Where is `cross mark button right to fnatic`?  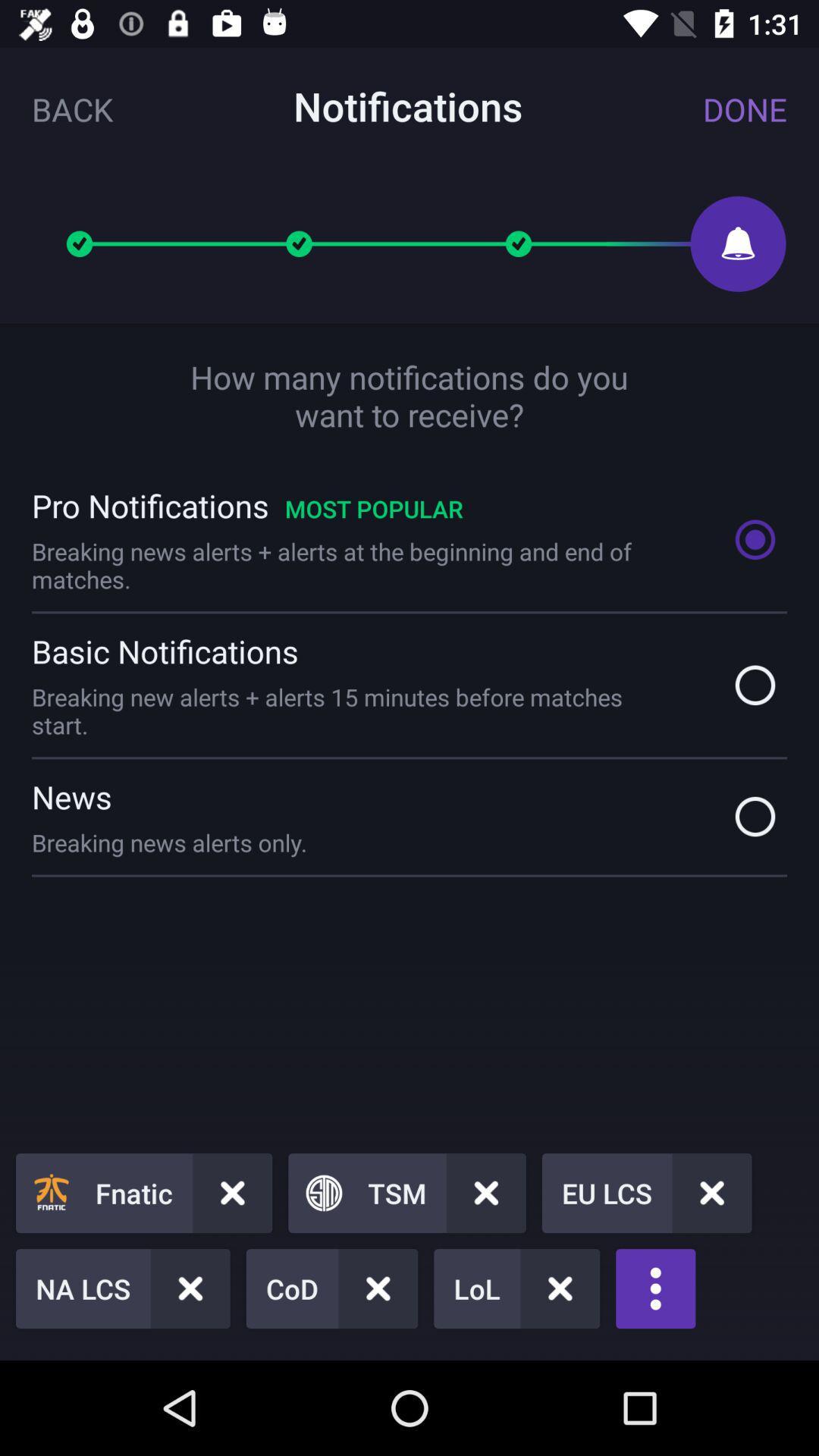
cross mark button right to fnatic is located at coordinates (232, 1192).